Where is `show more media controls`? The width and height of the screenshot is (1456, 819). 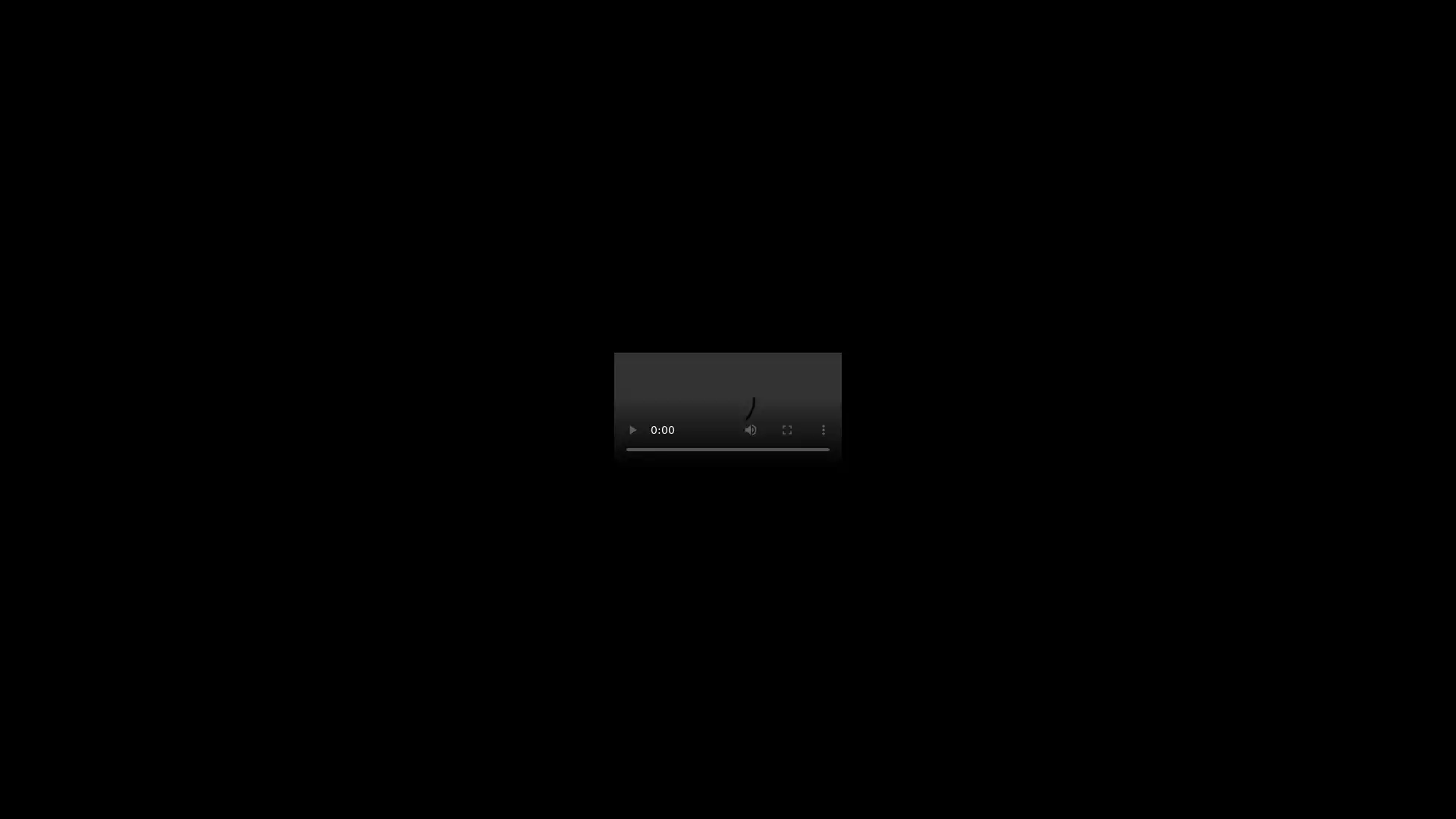
show more media controls is located at coordinates (822, 430).